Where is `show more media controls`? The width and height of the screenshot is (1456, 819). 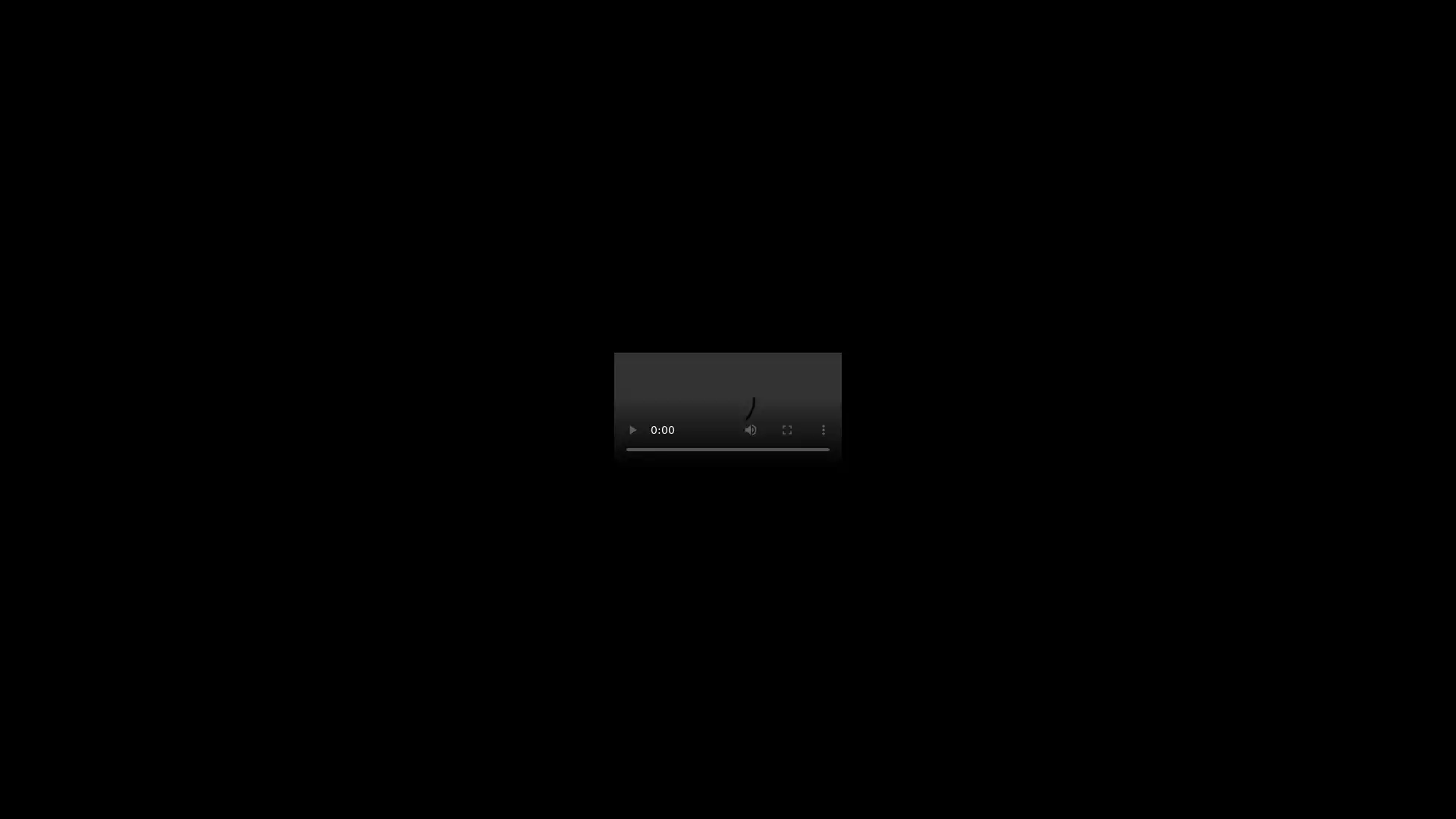
show more media controls is located at coordinates (822, 430).